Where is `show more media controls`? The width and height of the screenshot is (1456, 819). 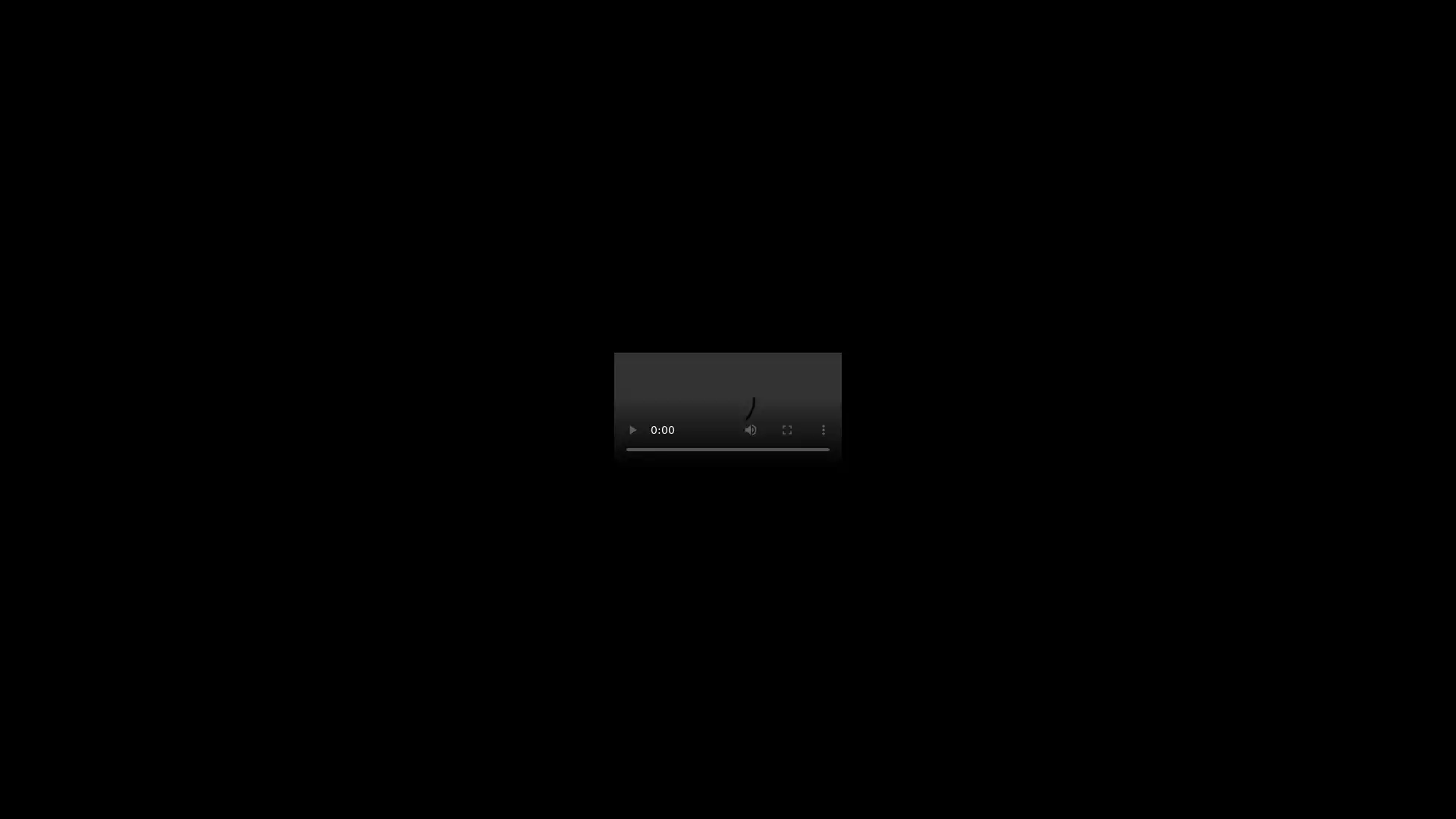
show more media controls is located at coordinates (822, 430).